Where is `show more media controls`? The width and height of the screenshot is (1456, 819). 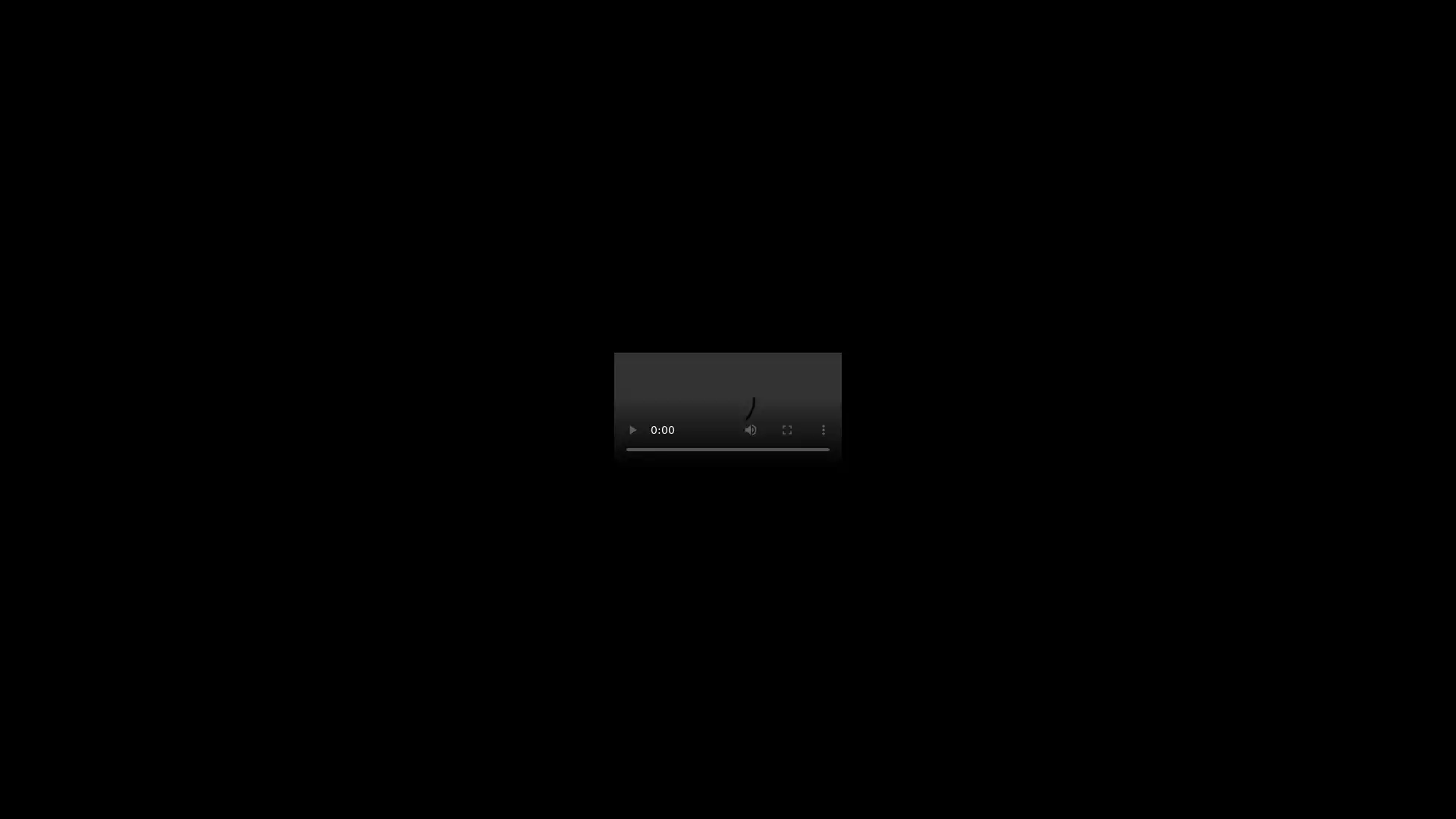
show more media controls is located at coordinates (822, 430).